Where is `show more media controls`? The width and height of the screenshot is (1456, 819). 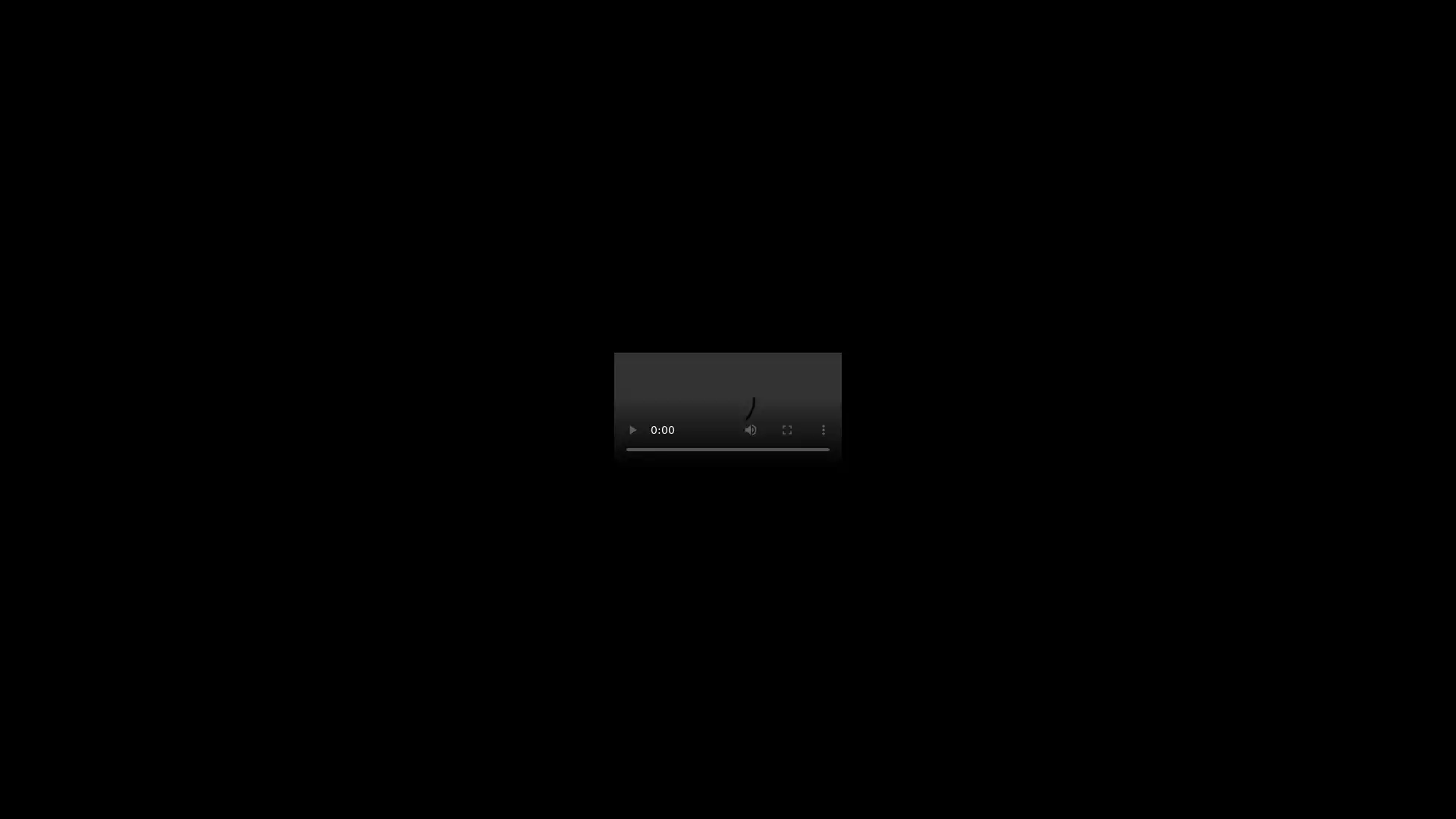
show more media controls is located at coordinates (822, 430).